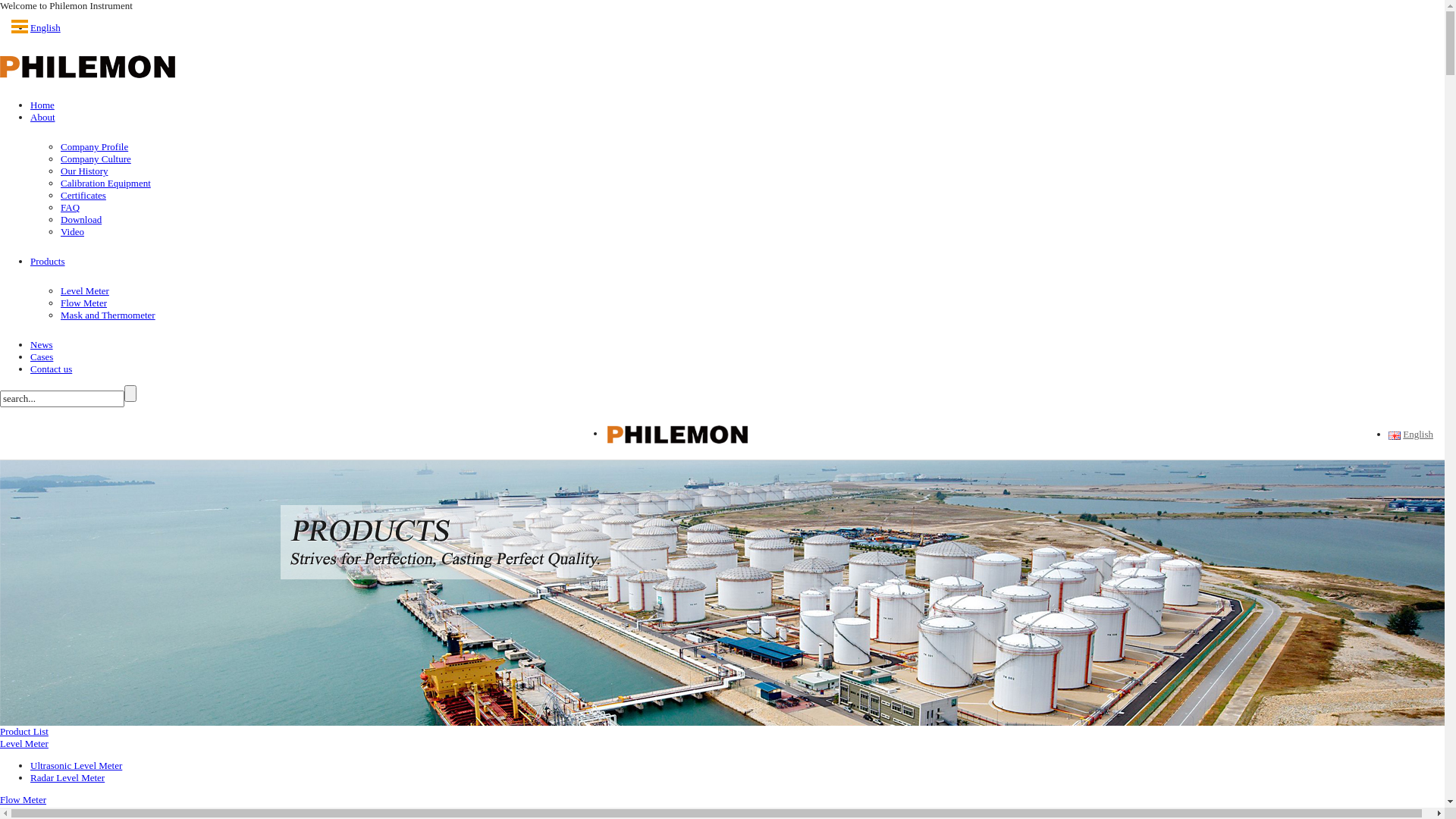 The width and height of the screenshot is (1456, 819). I want to click on 'Ultrasonic Level Meter', so click(75, 765).